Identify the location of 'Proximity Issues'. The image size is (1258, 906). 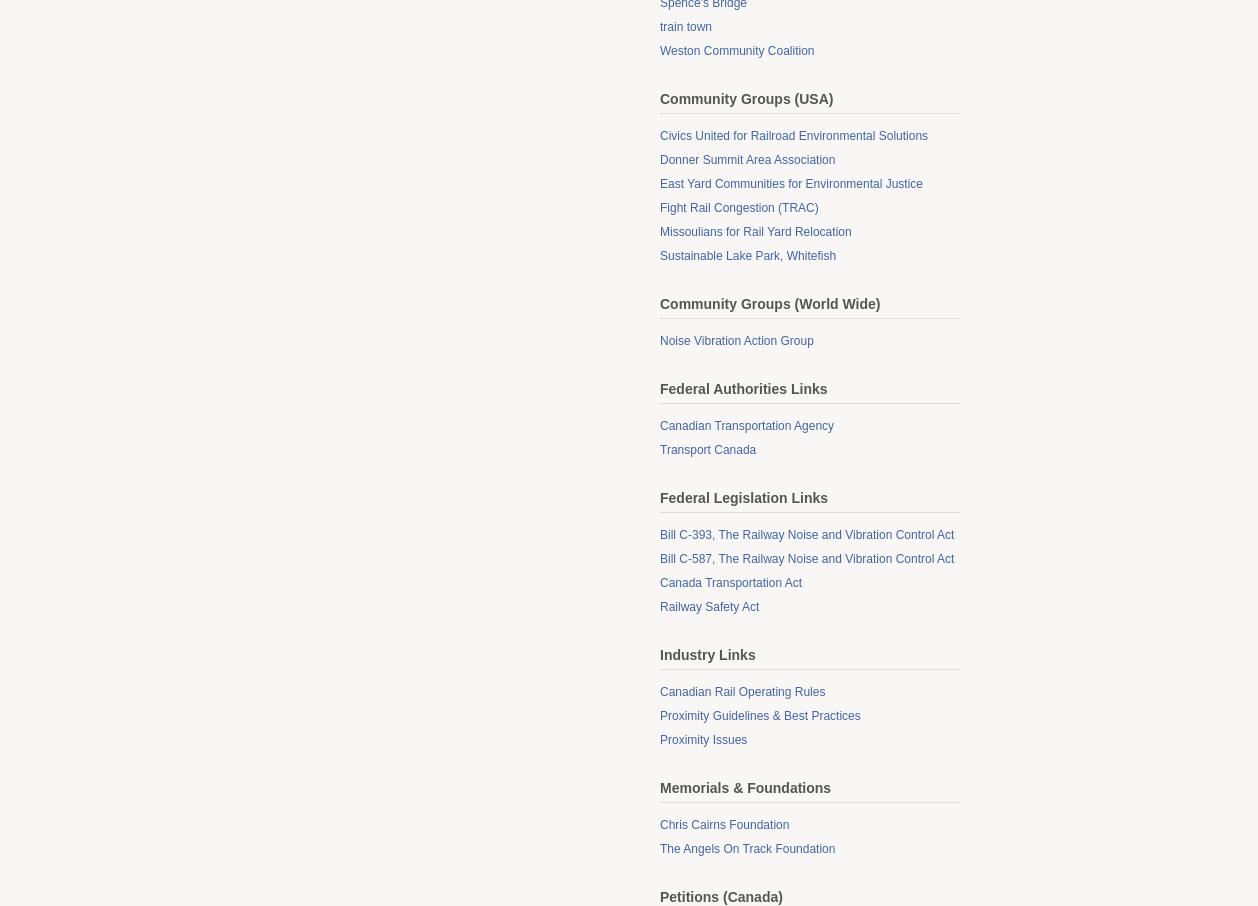
(703, 739).